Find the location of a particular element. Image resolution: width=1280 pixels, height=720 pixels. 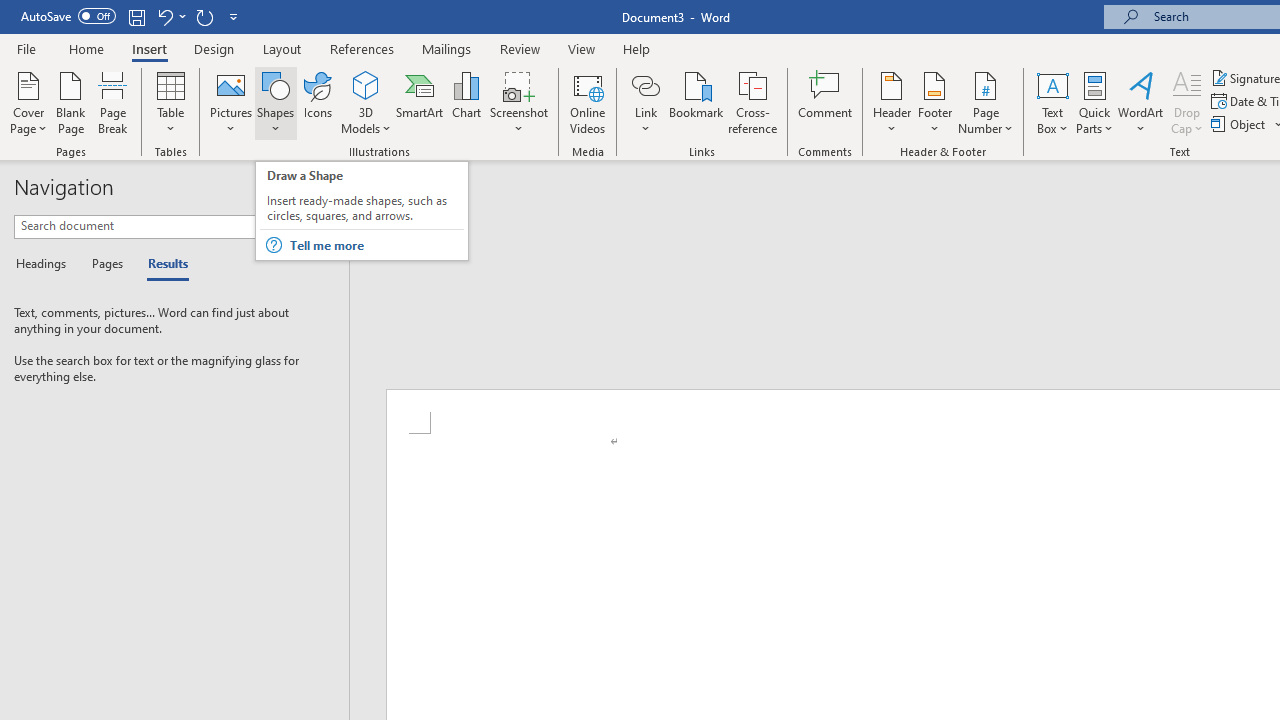

'Undo New Page' is located at coordinates (170, 16).